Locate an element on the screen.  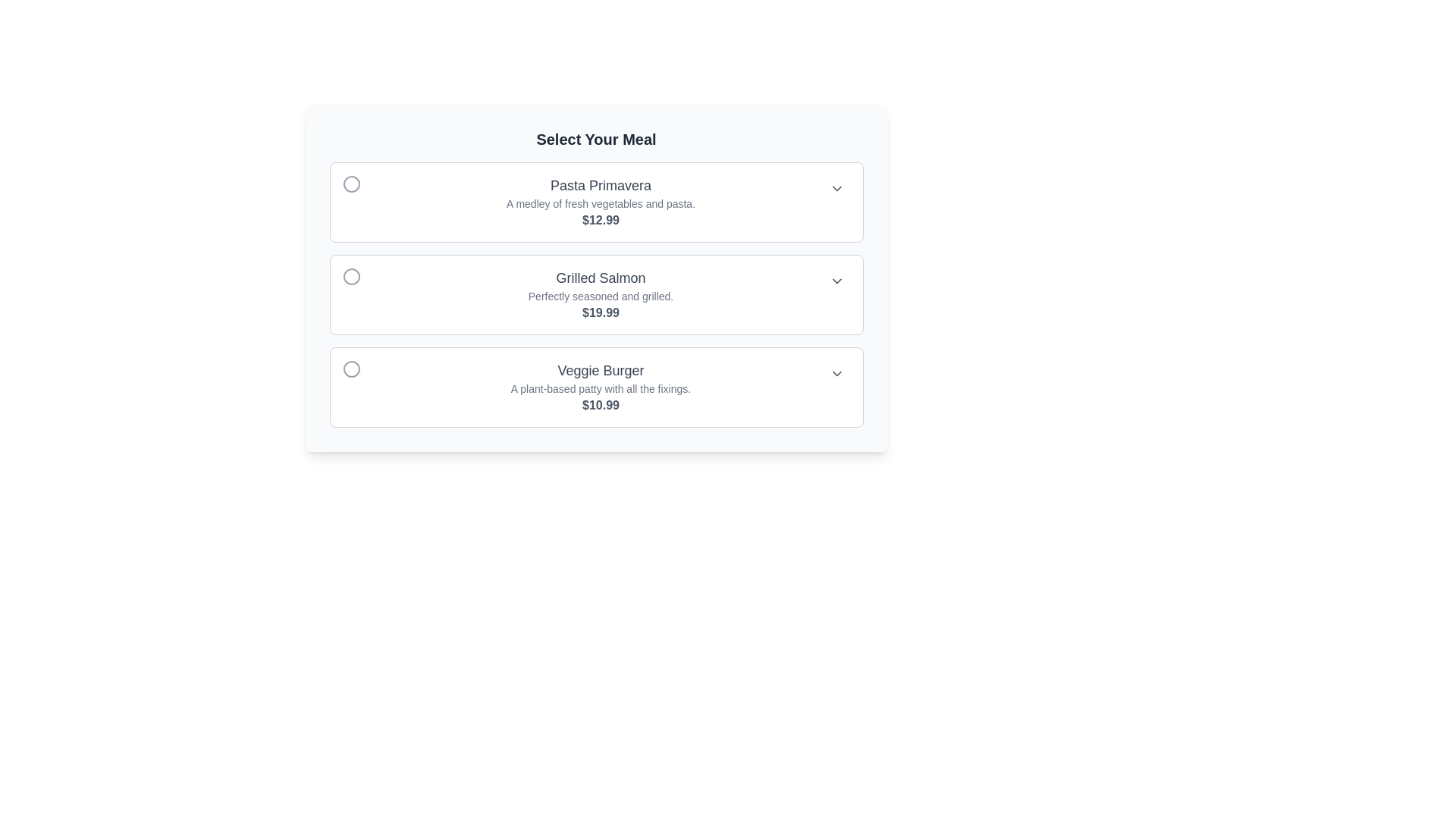
the chevron icon located next to the 'Grilled Salmon' dish is located at coordinates (836, 281).